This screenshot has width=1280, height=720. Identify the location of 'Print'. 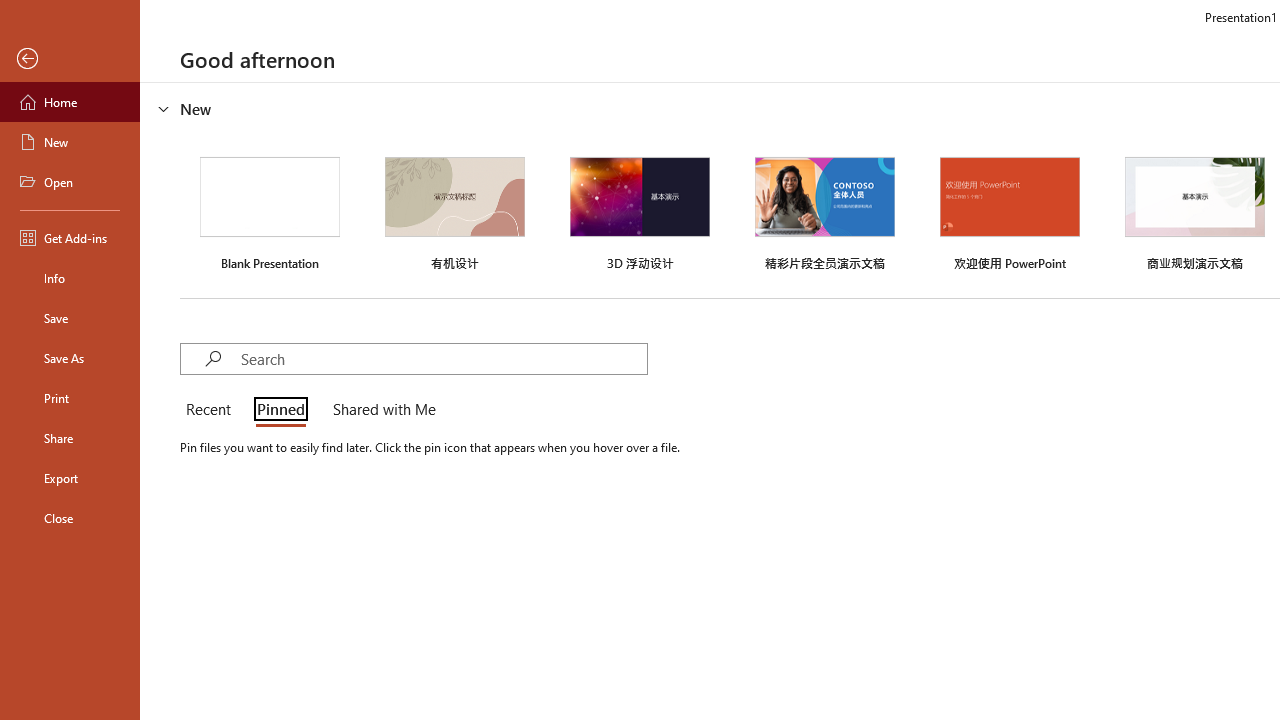
(69, 398).